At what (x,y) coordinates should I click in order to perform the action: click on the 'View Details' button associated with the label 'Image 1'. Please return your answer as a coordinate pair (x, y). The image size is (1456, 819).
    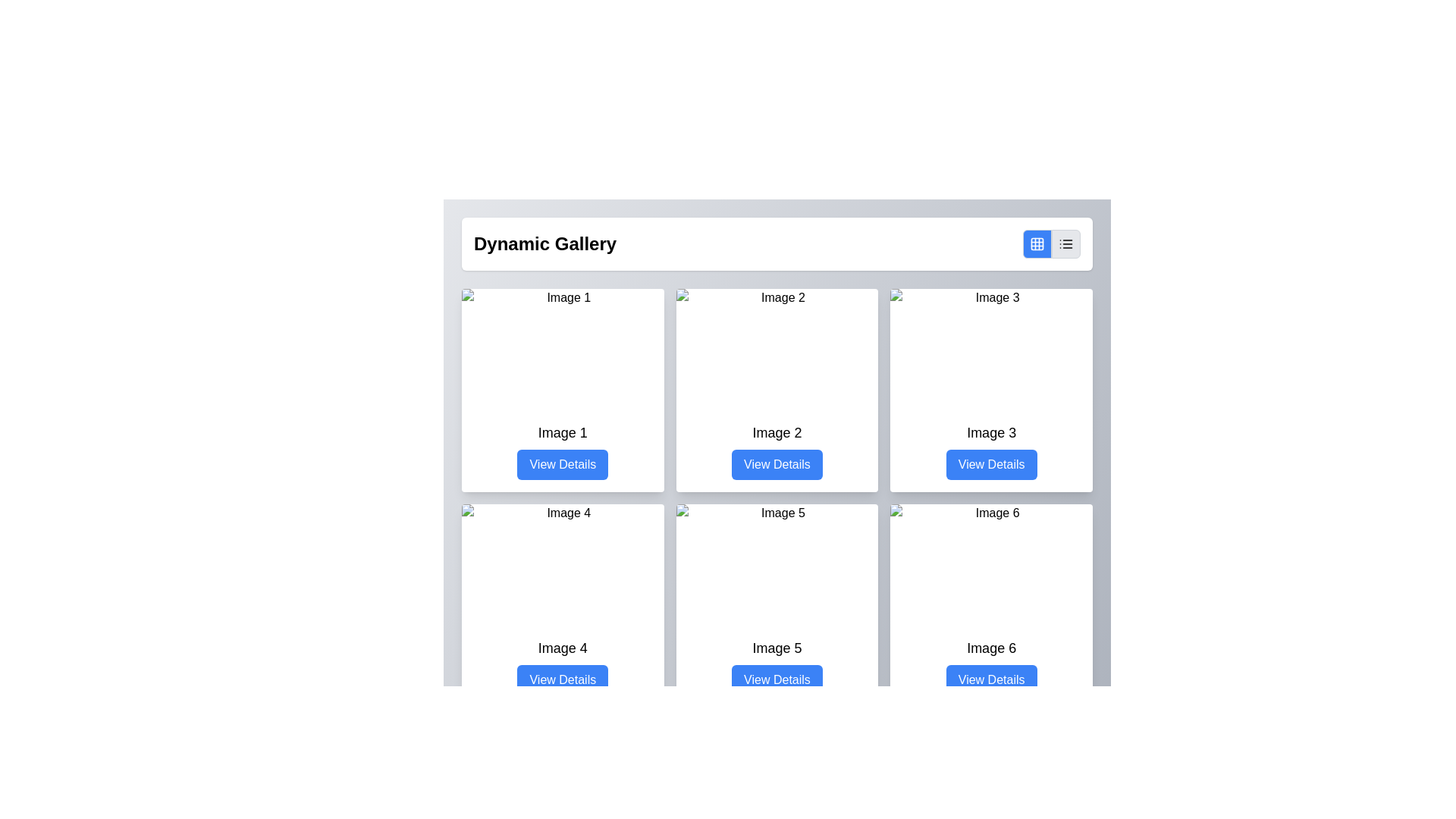
    Looking at the image, I should click on (562, 450).